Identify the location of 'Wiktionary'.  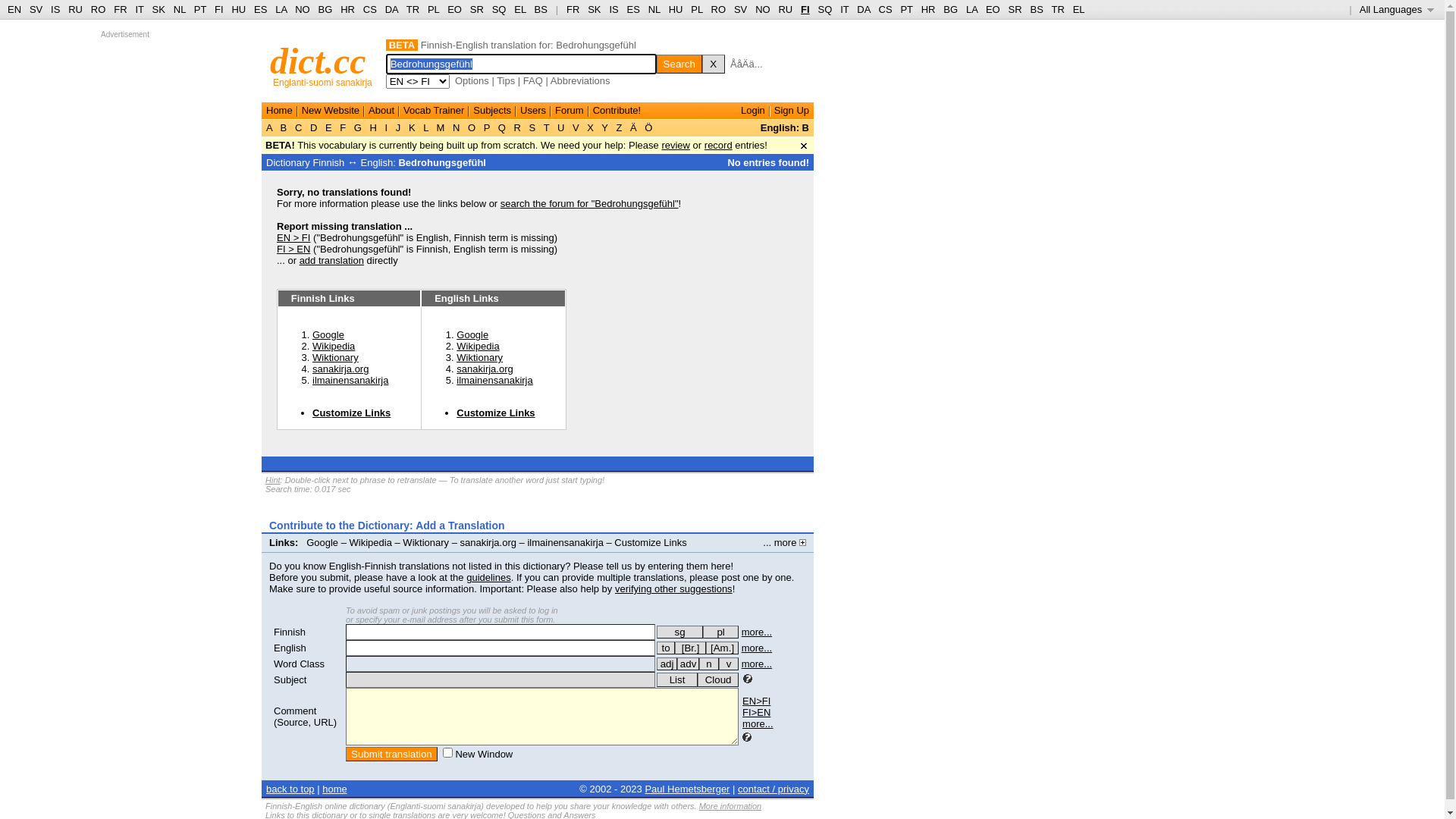
(479, 357).